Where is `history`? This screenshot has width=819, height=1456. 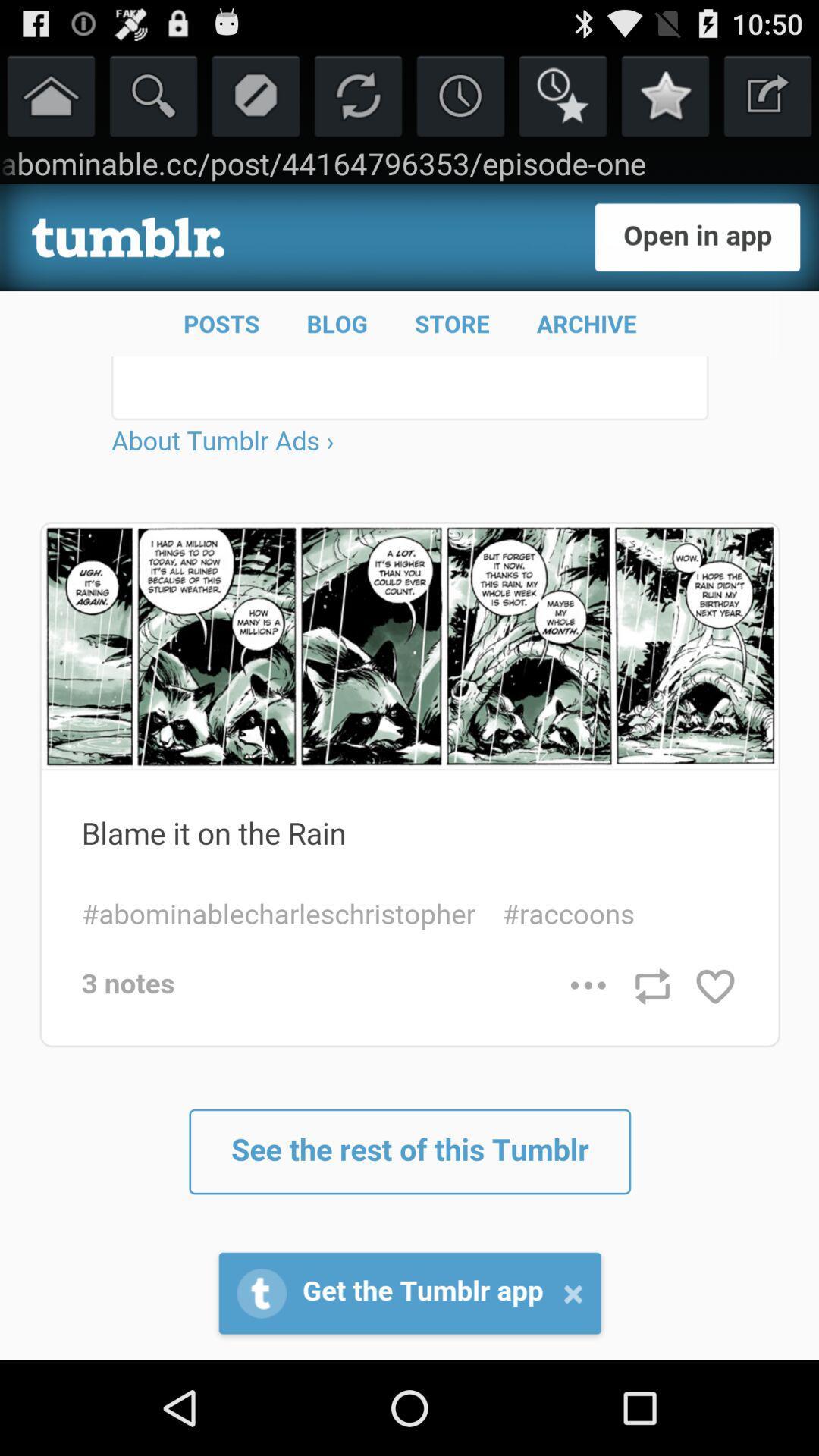
history is located at coordinates (460, 94).